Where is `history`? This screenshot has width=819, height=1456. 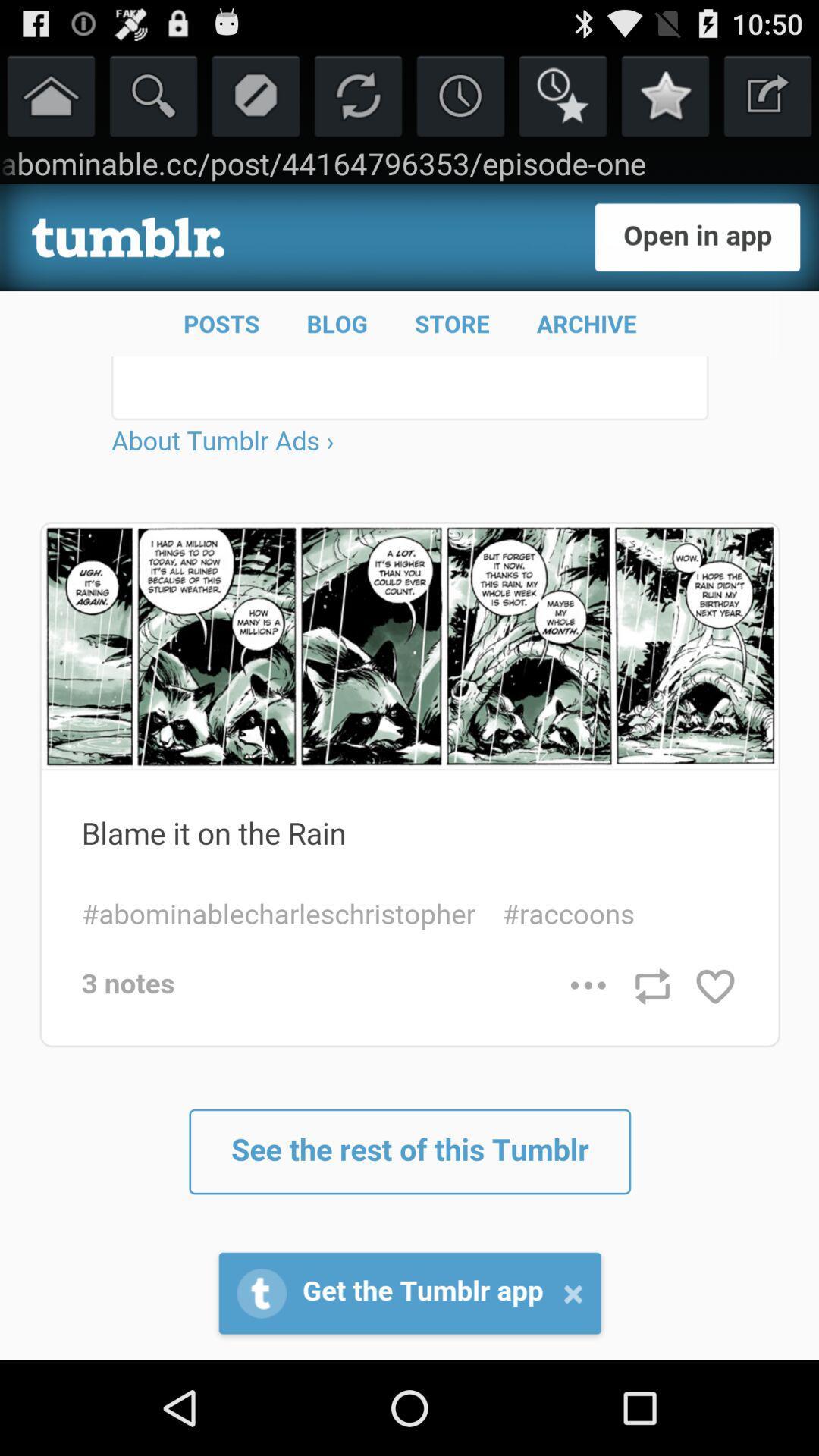
history is located at coordinates (460, 94).